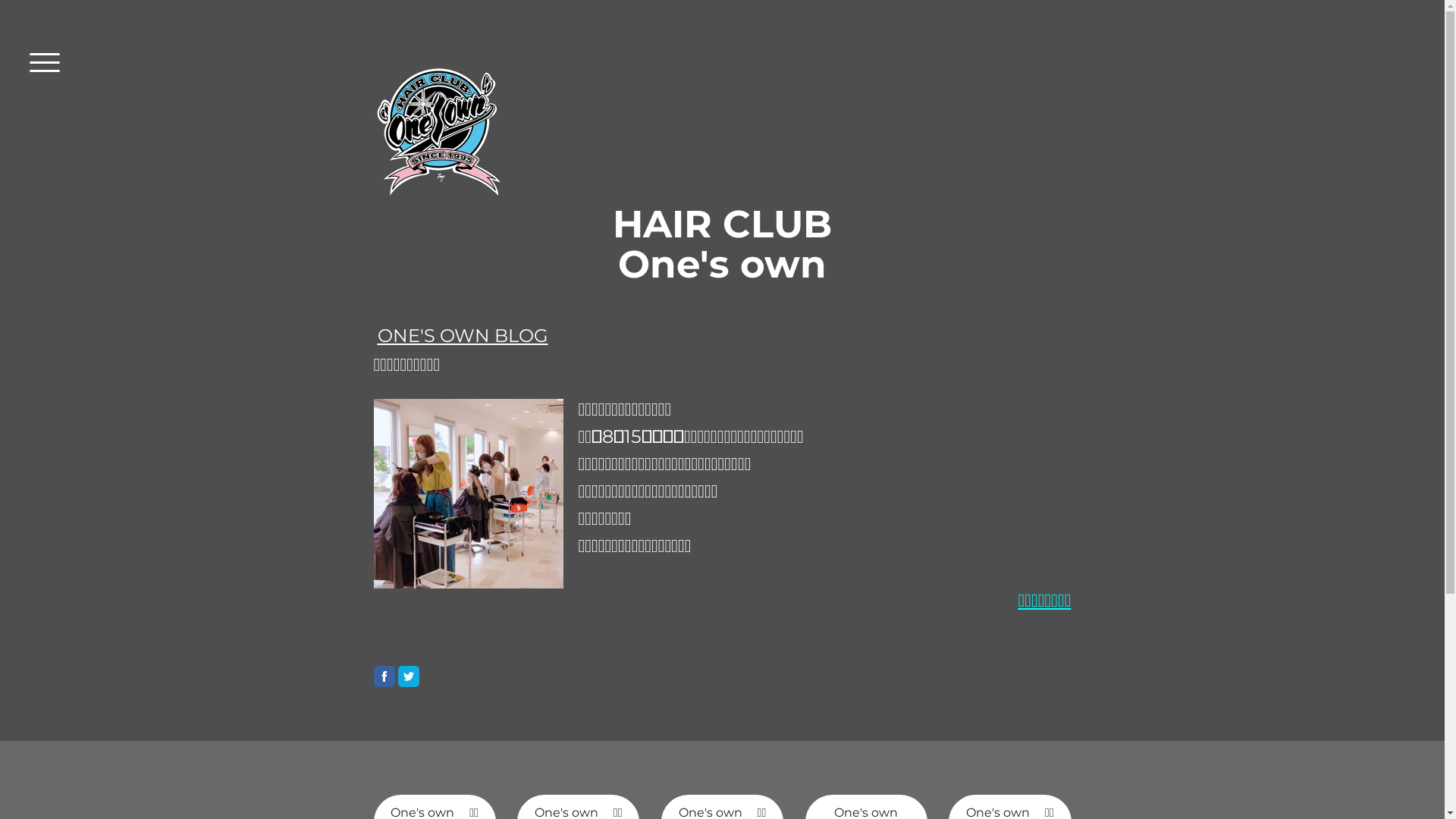  Describe the element at coordinates (462, 334) in the screenshot. I see `'ONE'S OWN BLOG'` at that location.